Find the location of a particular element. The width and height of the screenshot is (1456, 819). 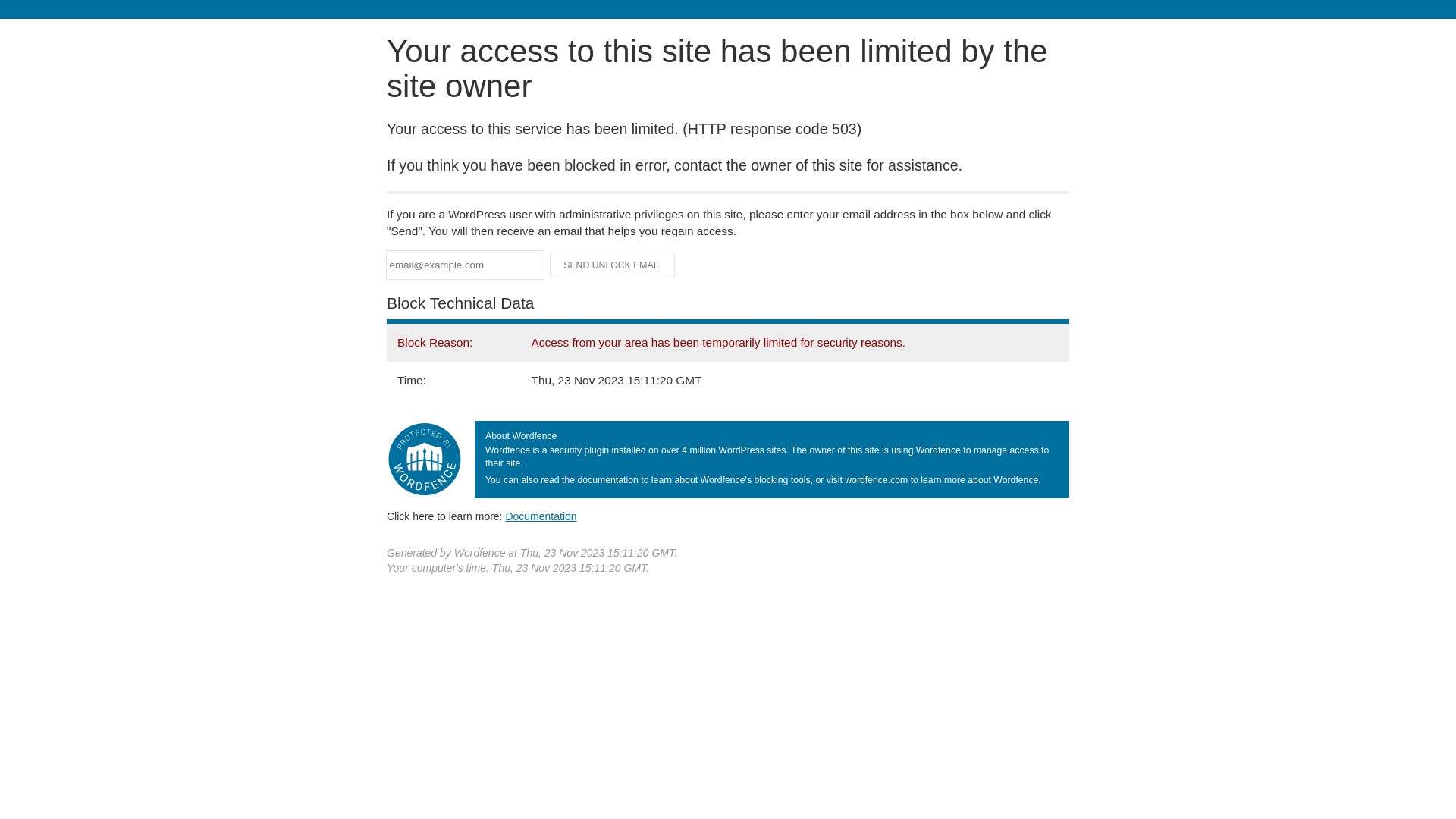

'Send Unlock Email' is located at coordinates (612, 265).